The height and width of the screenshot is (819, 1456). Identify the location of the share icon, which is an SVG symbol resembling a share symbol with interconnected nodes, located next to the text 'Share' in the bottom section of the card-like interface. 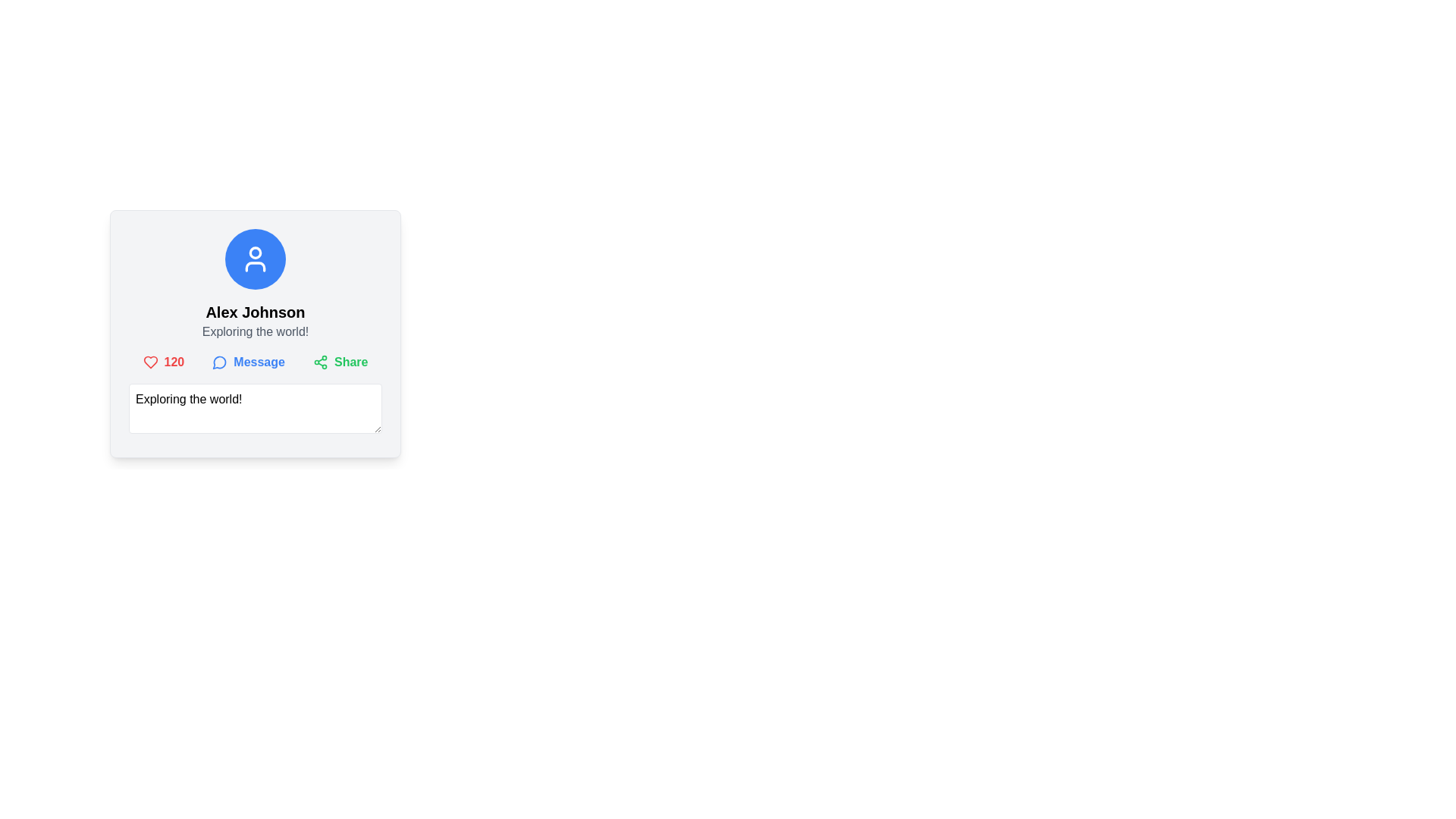
(319, 362).